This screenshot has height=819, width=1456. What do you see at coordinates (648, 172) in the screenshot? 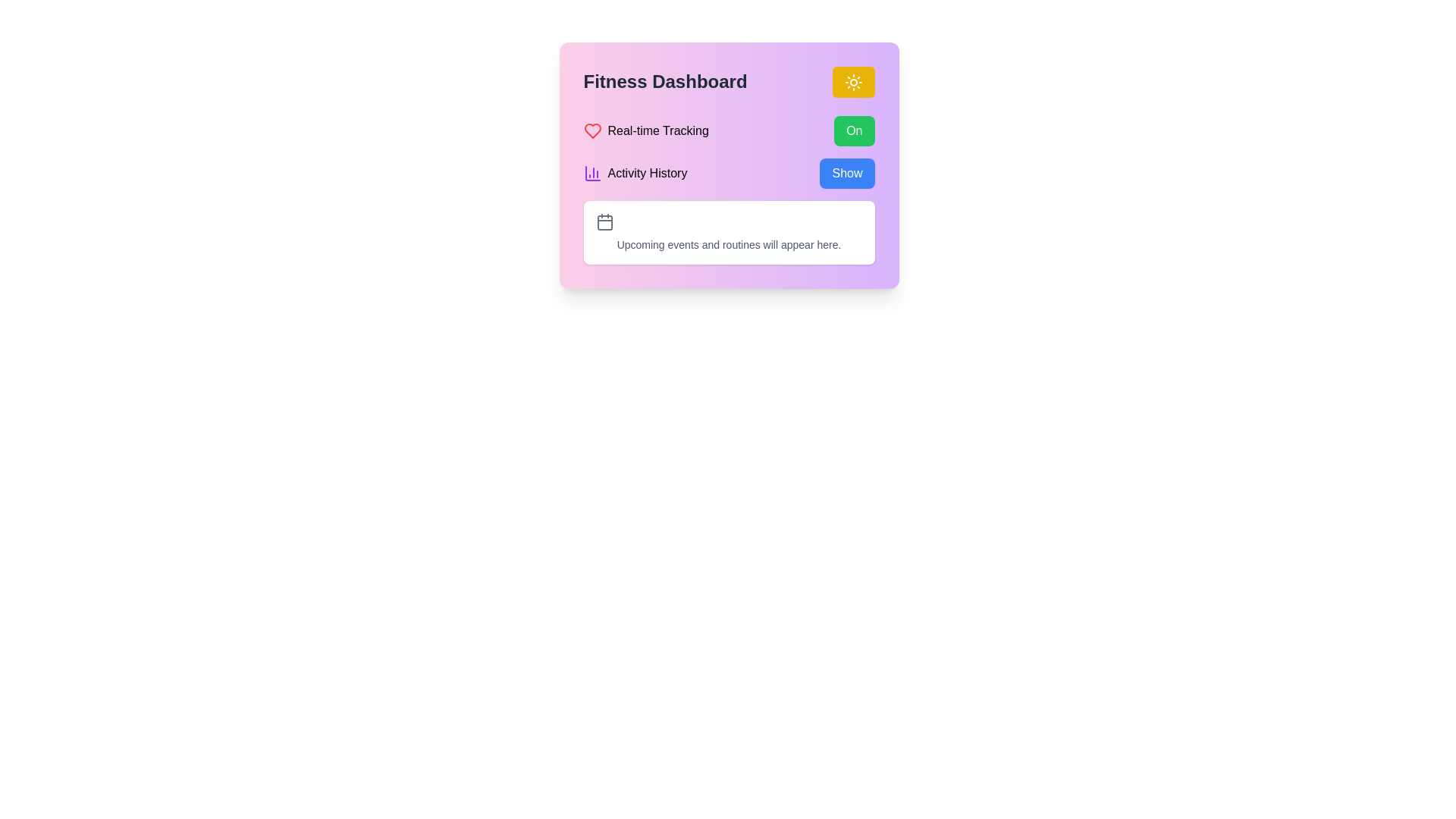
I see `the 'Activity History' text label located within the card interface, positioned below the 'Real-time Tracking' label and above the calendar widget` at bounding box center [648, 172].